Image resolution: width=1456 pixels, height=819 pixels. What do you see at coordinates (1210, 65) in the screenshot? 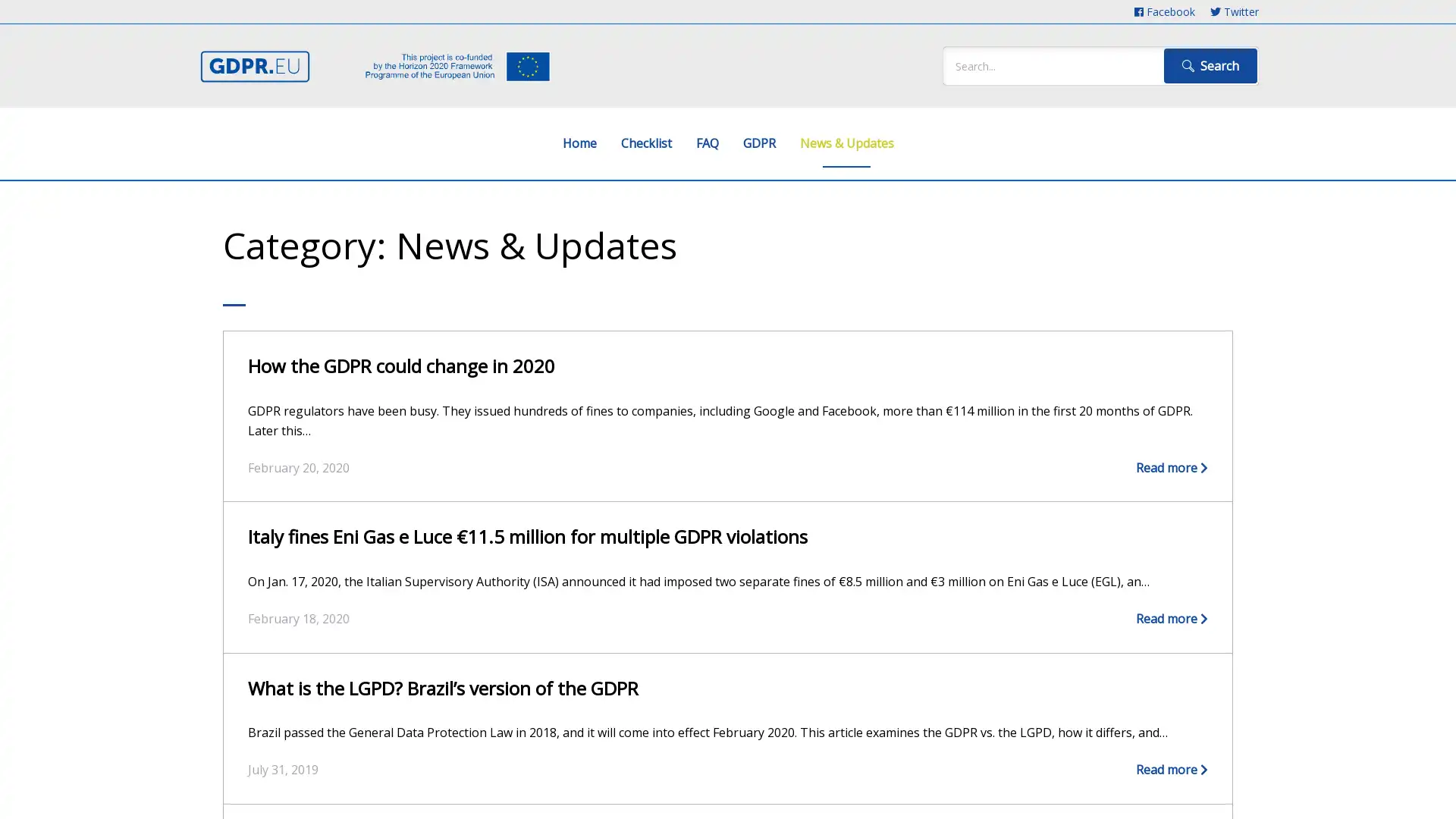
I see `Search` at bounding box center [1210, 65].